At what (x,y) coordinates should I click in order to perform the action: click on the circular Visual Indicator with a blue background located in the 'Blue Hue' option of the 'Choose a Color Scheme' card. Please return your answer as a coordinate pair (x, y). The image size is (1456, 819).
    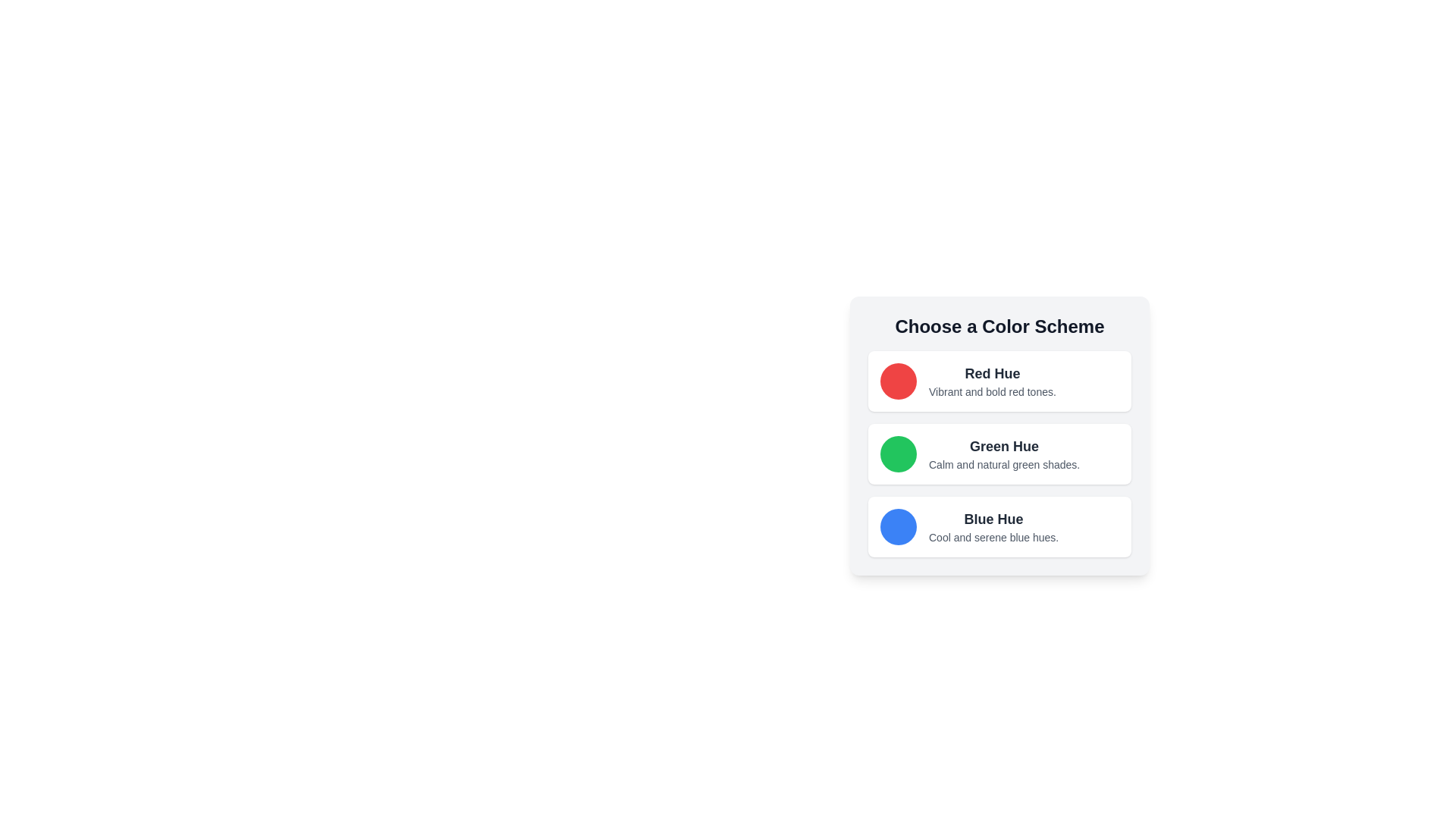
    Looking at the image, I should click on (899, 526).